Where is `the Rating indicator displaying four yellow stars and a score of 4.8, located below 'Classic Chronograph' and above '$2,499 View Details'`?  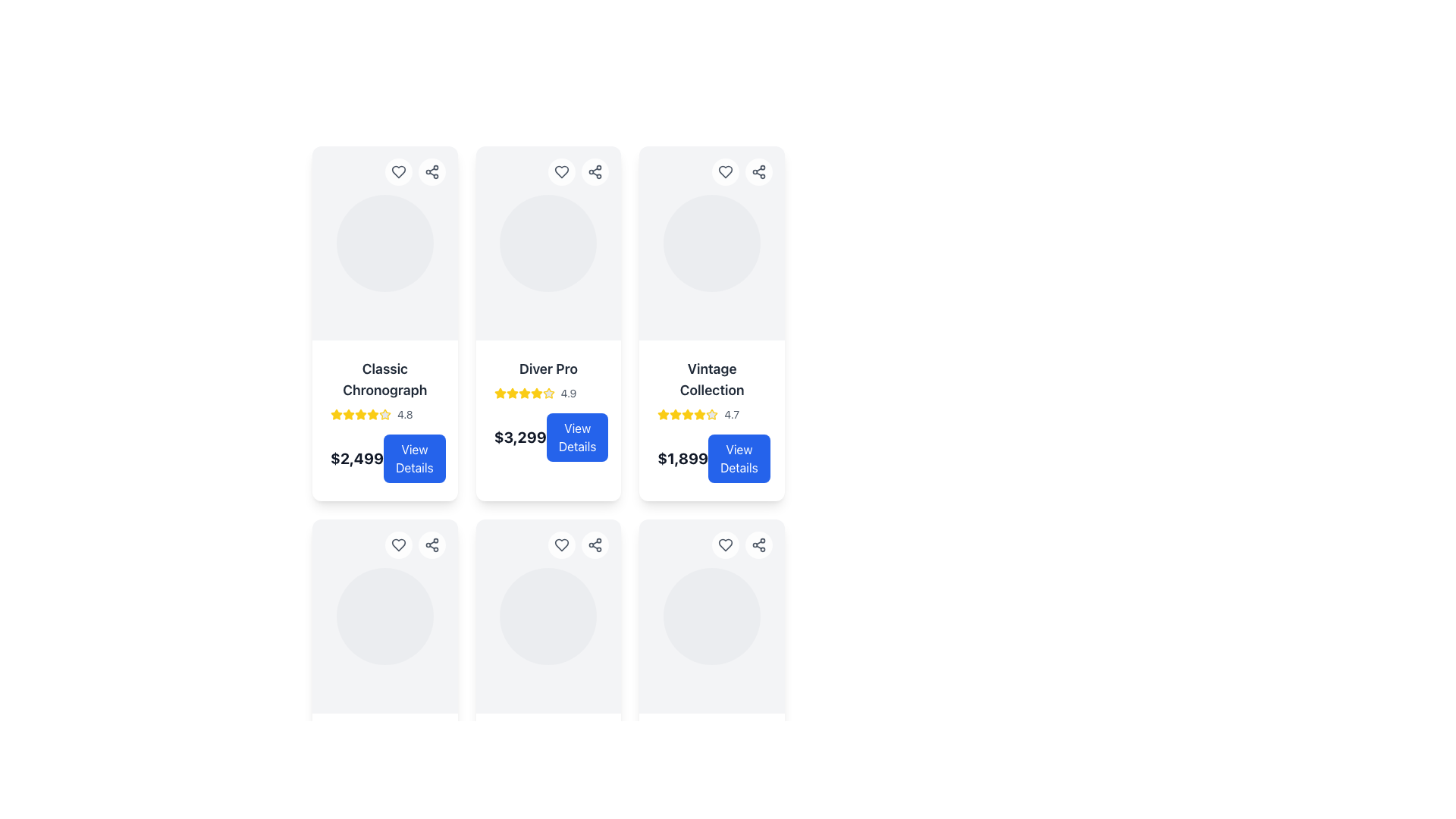
the Rating indicator displaying four yellow stars and a score of 4.8, located below 'Classic Chronograph' and above '$2,499 View Details' is located at coordinates (384, 415).